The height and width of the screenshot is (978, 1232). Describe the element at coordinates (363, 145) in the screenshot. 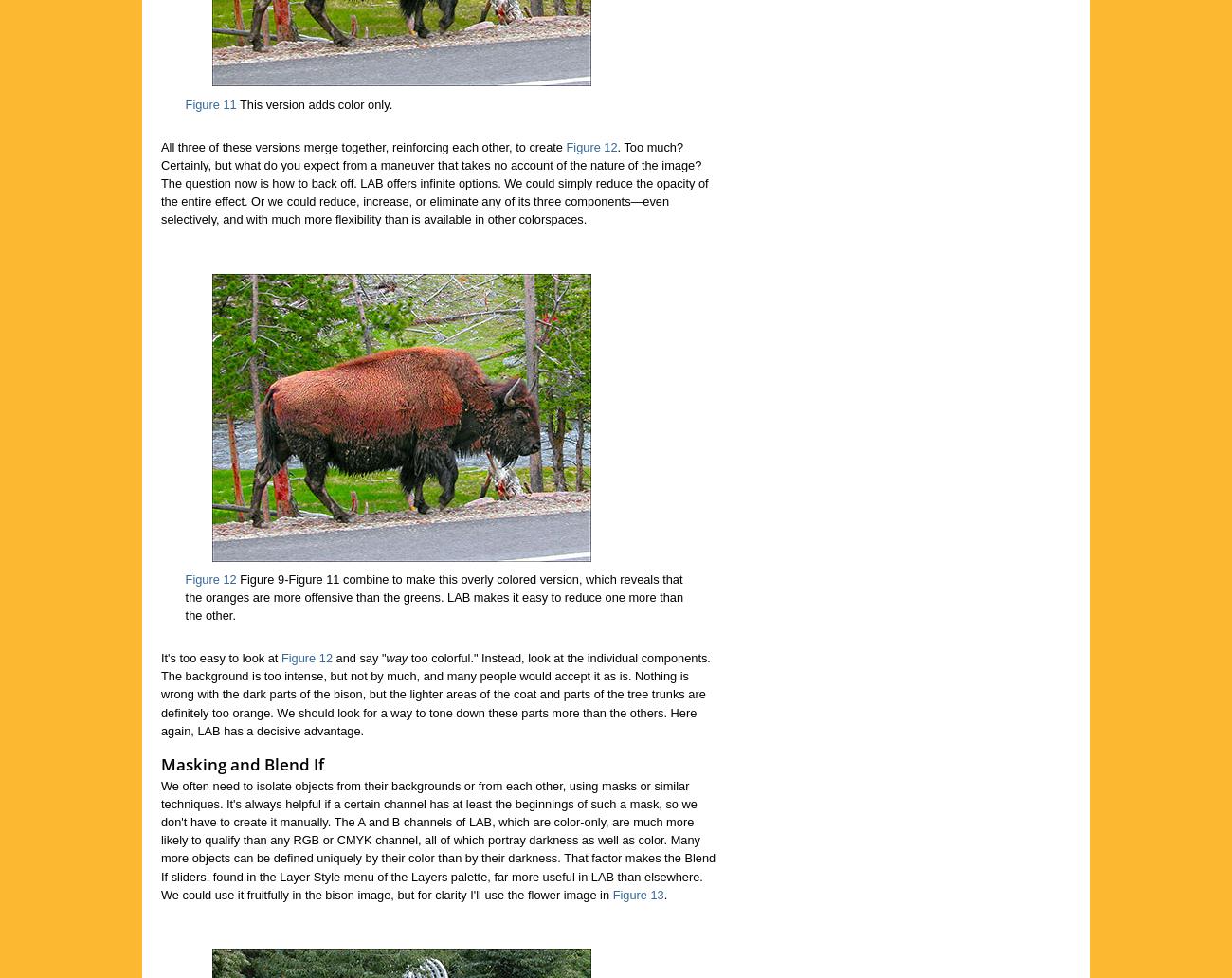

I see `'All three of these versions merge together, reinforcing each other, to create'` at that location.